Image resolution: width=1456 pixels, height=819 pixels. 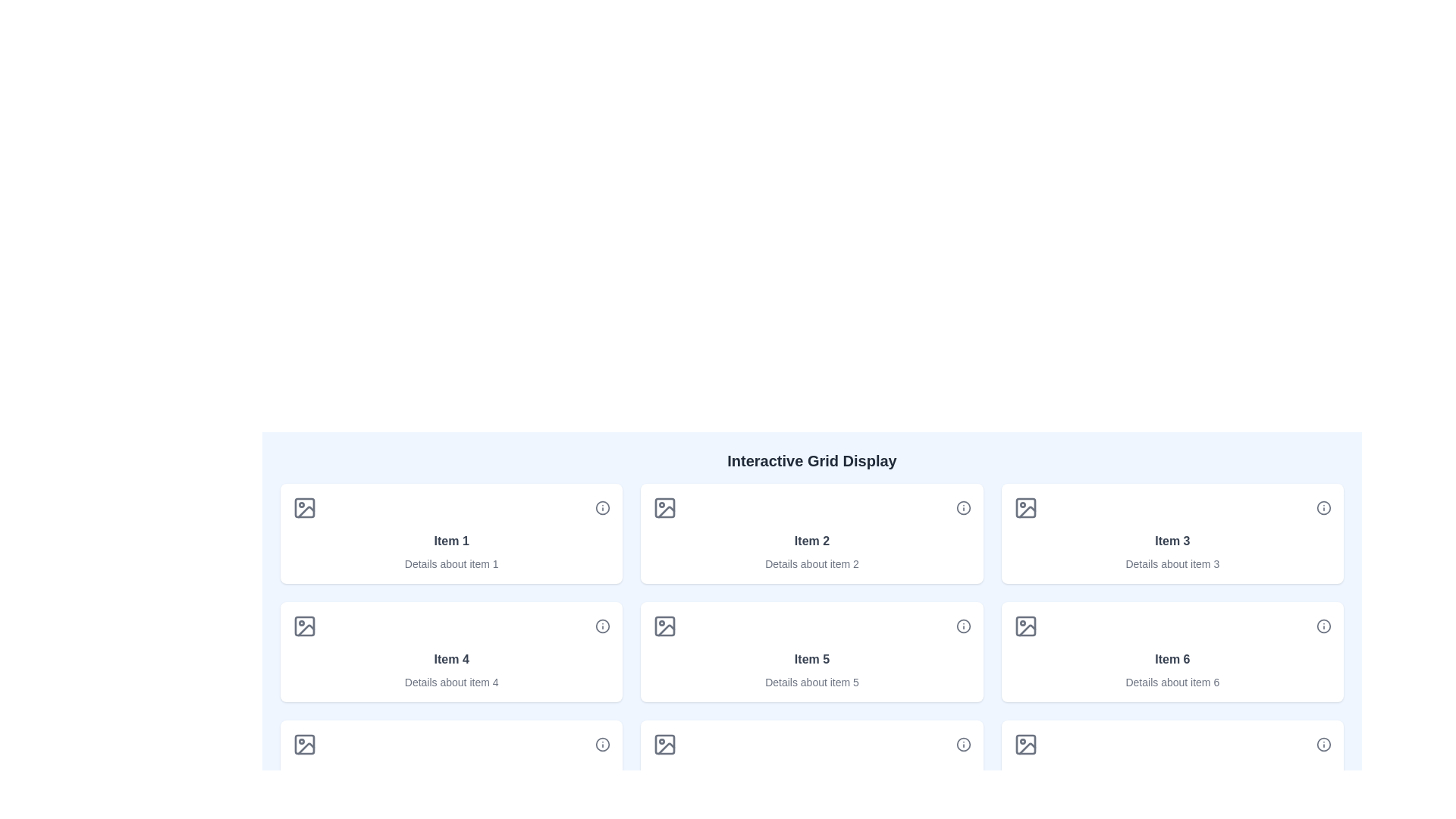 What do you see at coordinates (602, 508) in the screenshot?
I see `the circular informational icon with an 'i' symbol located at the top-right corner of the 'Item 1' card` at bounding box center [602, 508].